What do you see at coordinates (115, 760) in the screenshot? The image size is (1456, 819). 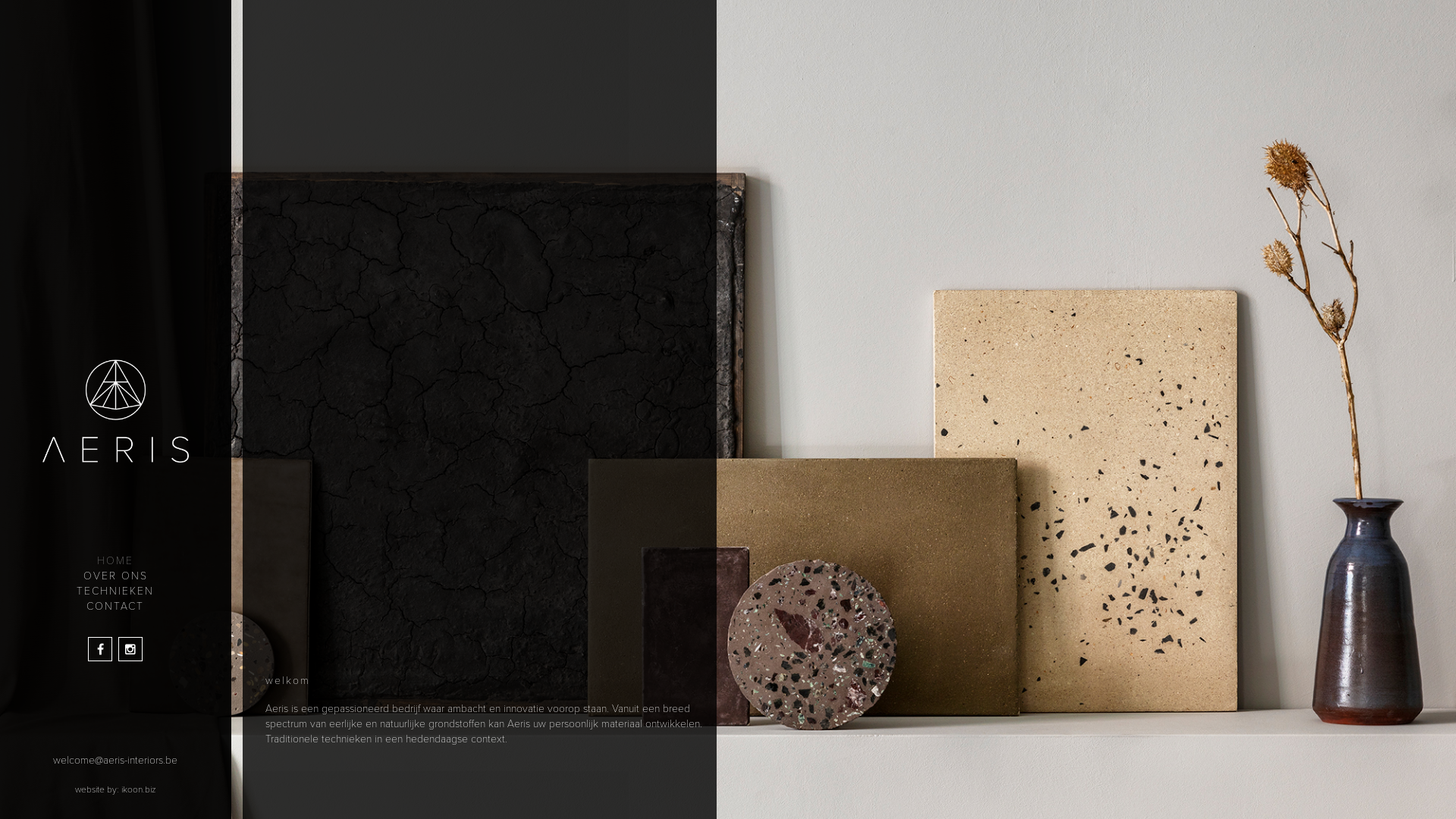 I see `'welcome@aeris-interiors.be'` at bounding box center [115, 760].